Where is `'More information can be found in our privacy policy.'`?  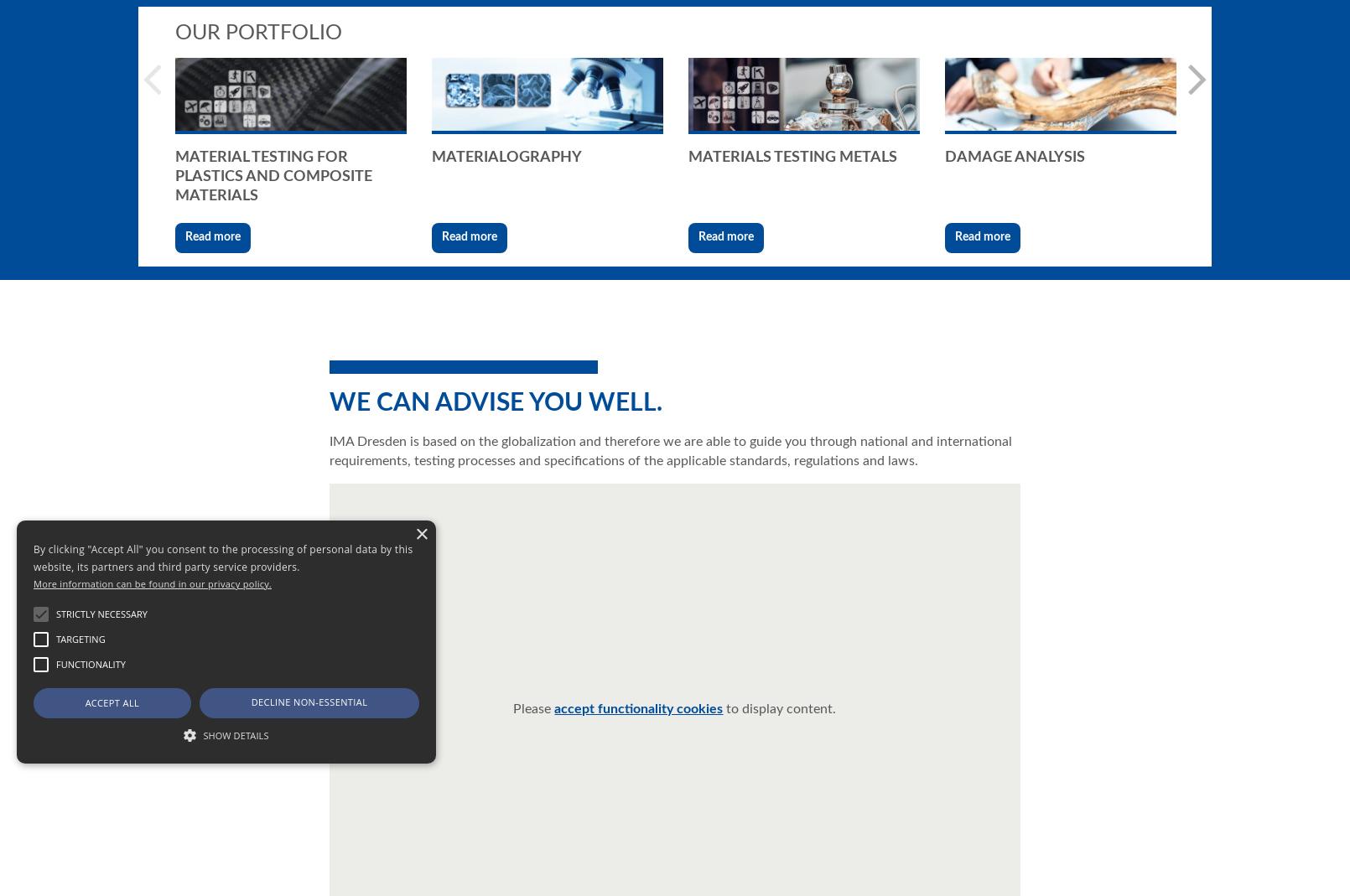 'More information can be found in our privacy policy.' is located at coordinates (151, 583).